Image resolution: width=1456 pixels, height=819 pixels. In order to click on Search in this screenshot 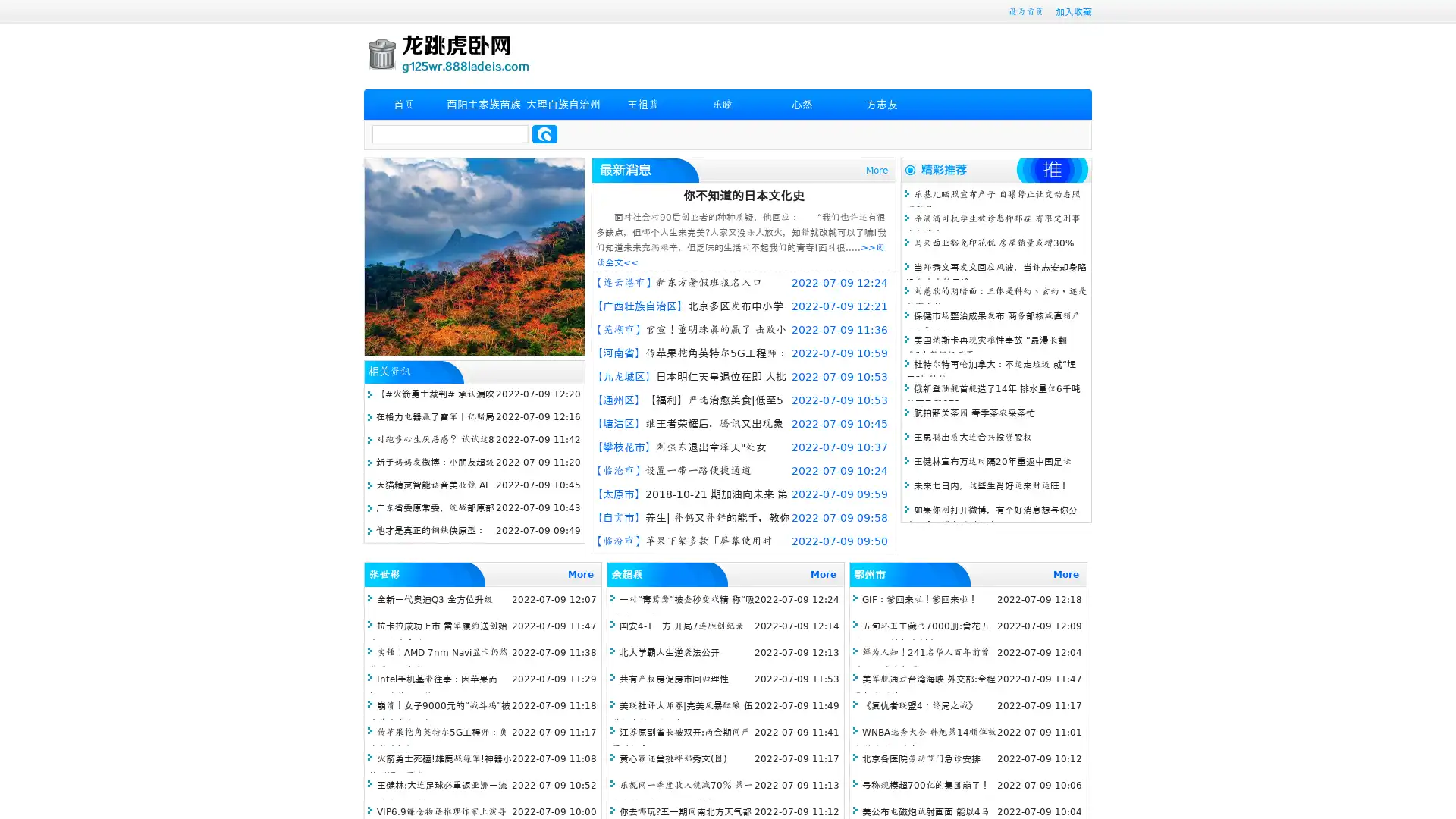, I will do `click(544, 133)`.